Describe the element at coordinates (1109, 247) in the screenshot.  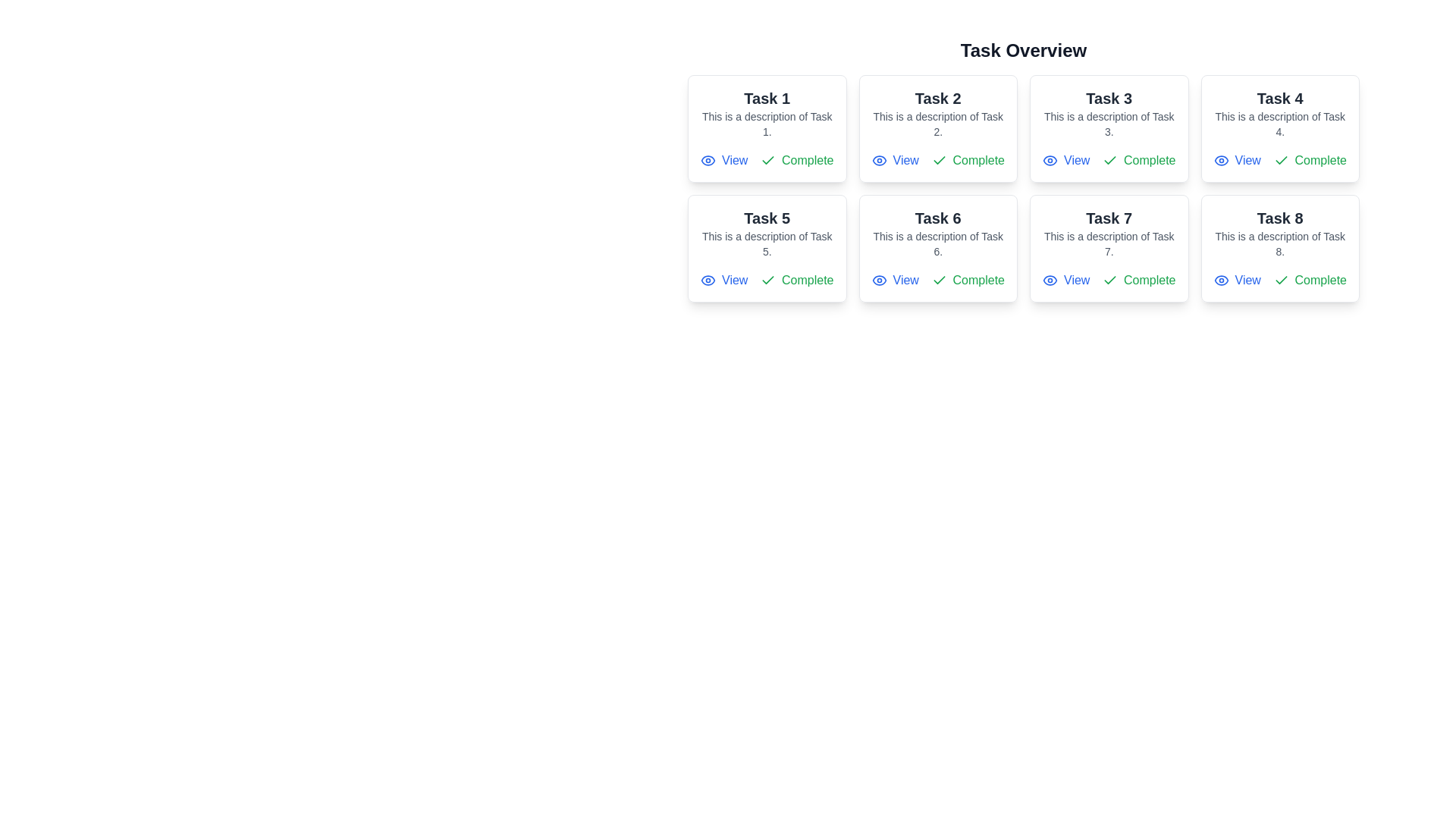
I see `the task card located in the bottom row, third column of the task management interface` at that location.